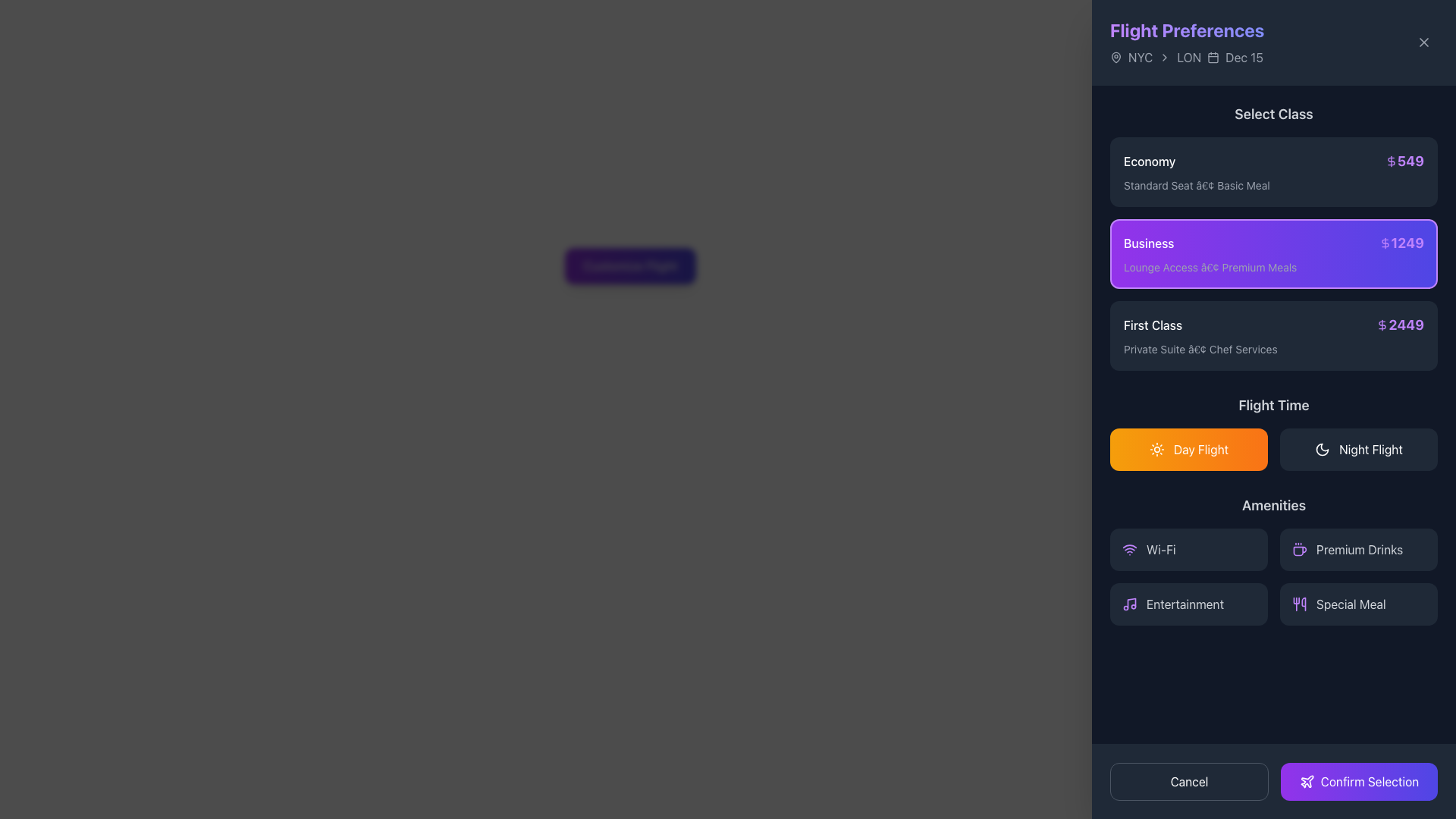 Image resolution: width=1456 pixels, height=819 pixels. I want to click on the 'Business' radio button option, which has a gradient purple background and is the second option under the 'Select Class' section, so click(1274, 253).